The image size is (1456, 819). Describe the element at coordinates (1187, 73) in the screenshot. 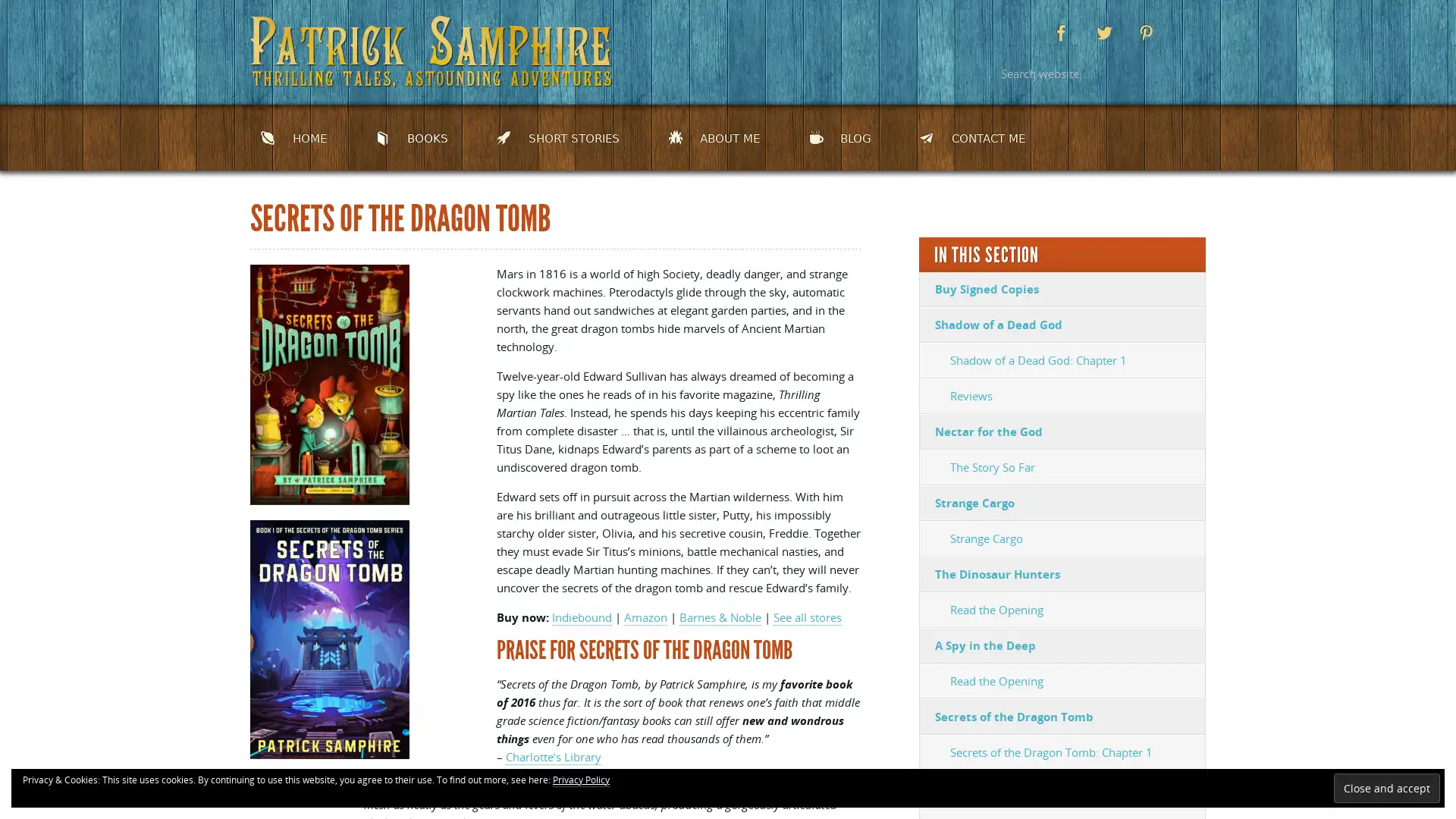

I see `Search` at that location.